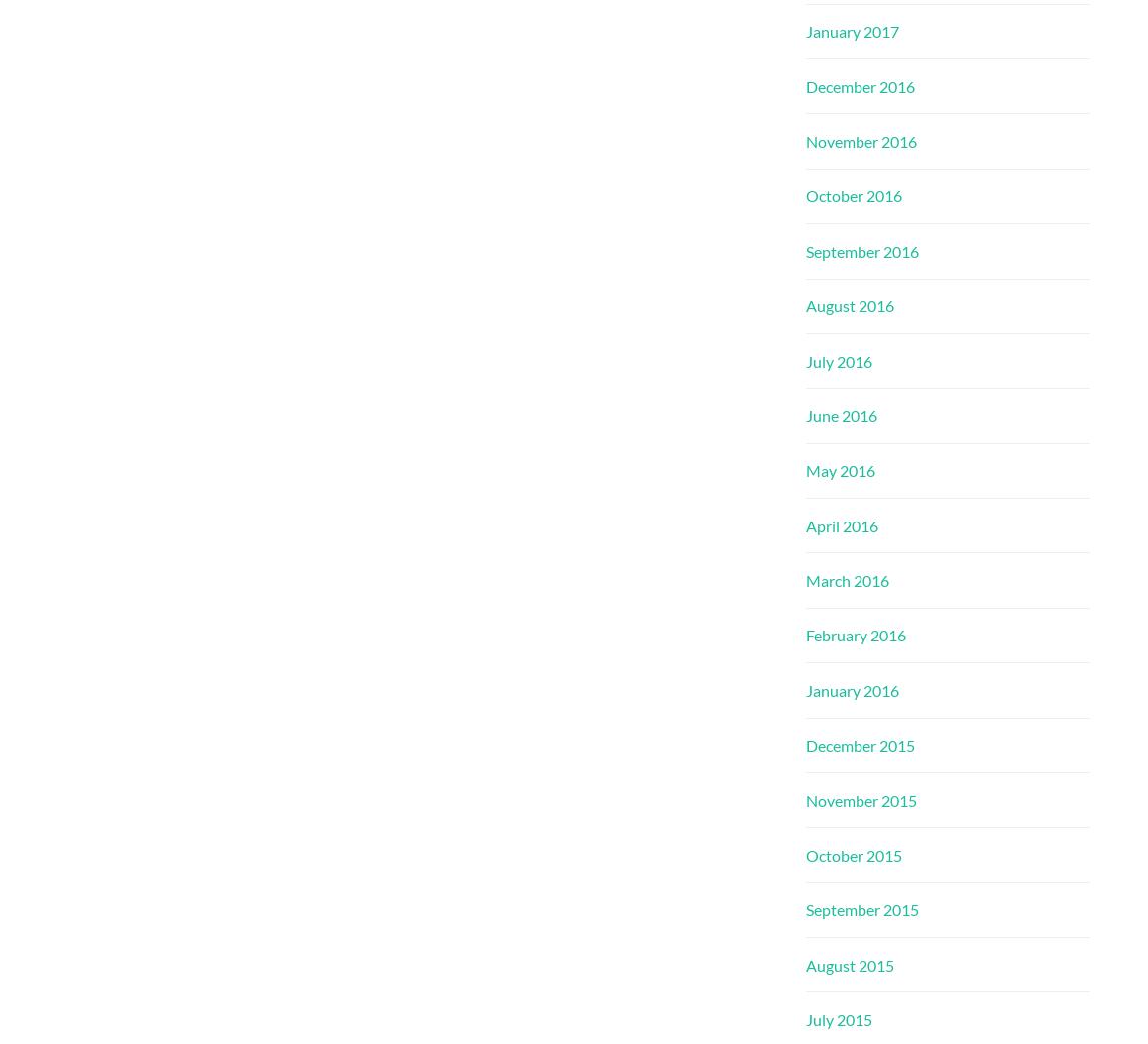  Describe the element at coordinates (860, 84) in the screenshot. I see `'December 2016'` at that location.